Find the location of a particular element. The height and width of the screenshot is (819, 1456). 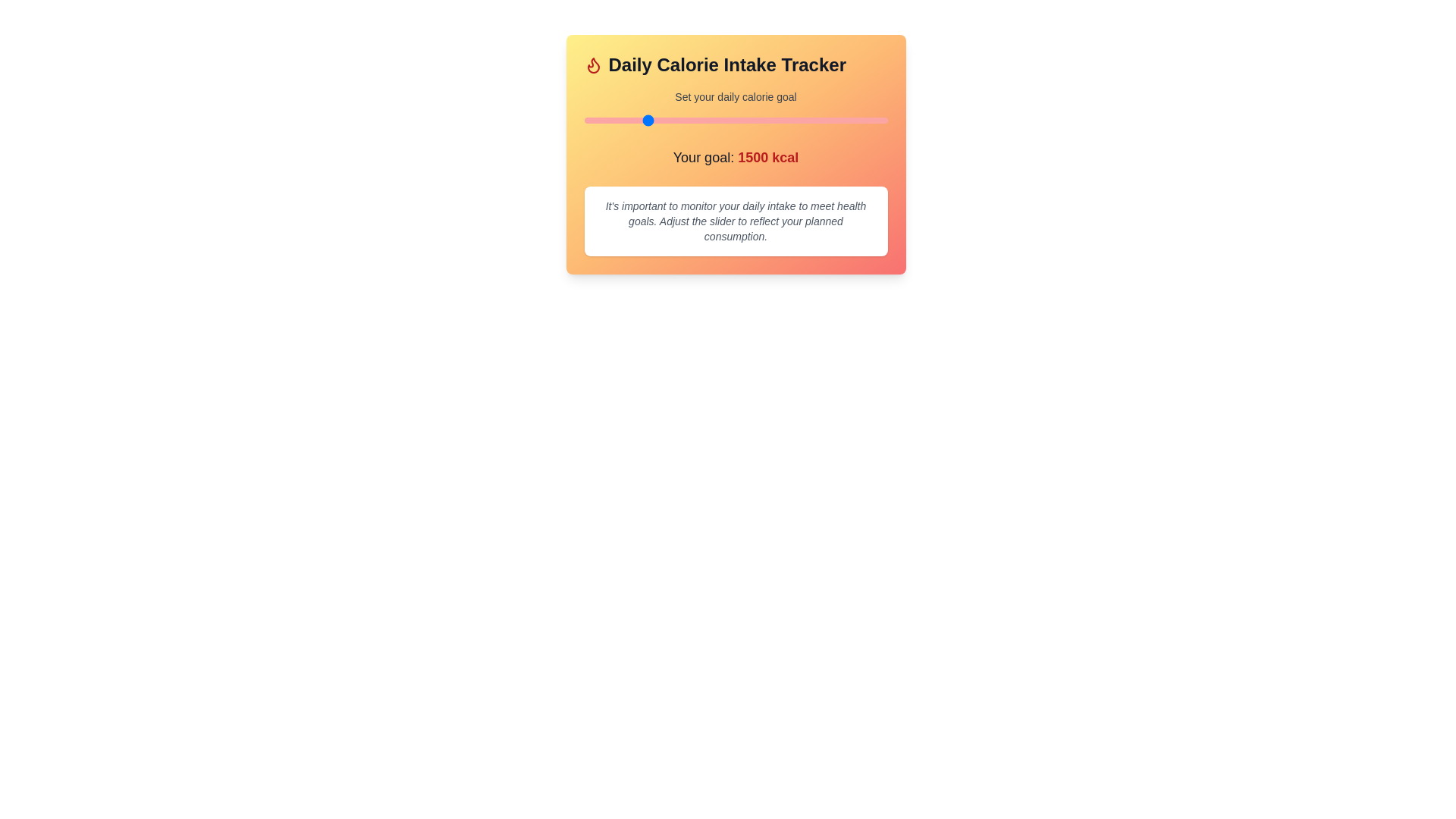

the calorie goal slider to a value of 3370 is located at coordinates (871, 119).